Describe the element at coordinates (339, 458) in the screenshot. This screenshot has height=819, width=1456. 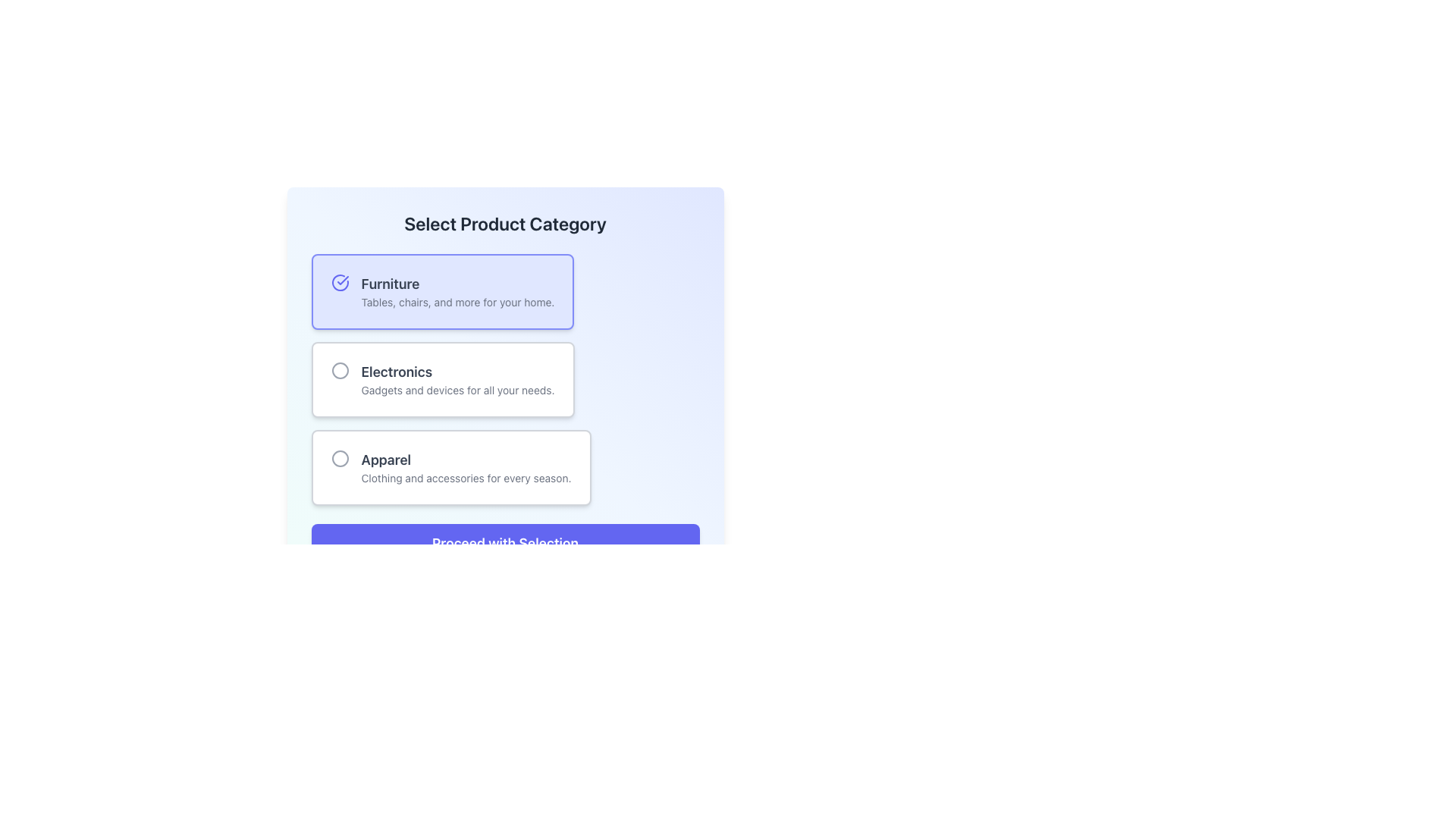
I see `the unselected checkbox indicator for the 'Apparel' category option in the selection menu` at that location.